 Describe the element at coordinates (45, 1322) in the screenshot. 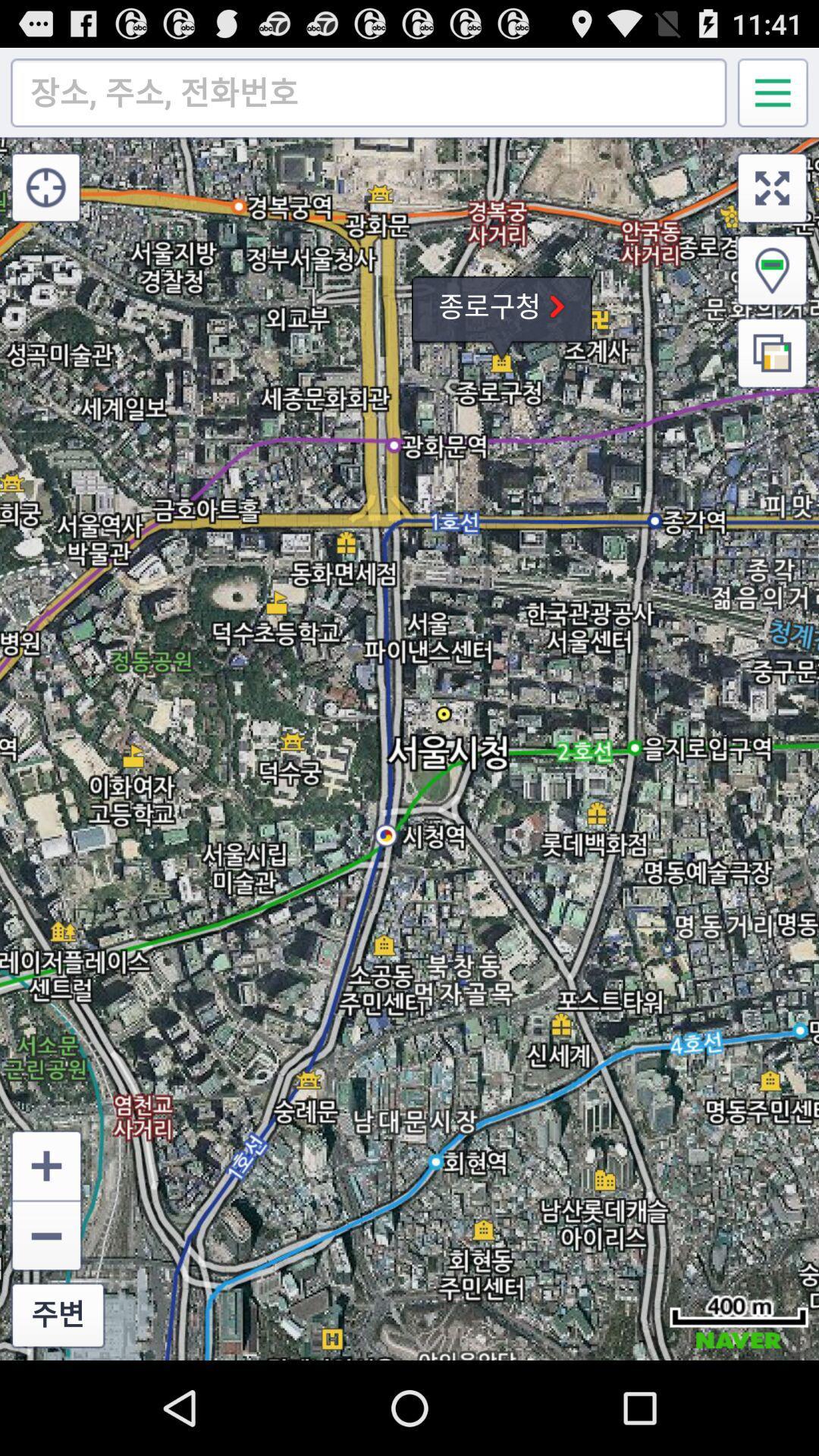

I see `the zoom_out icon` at that location.